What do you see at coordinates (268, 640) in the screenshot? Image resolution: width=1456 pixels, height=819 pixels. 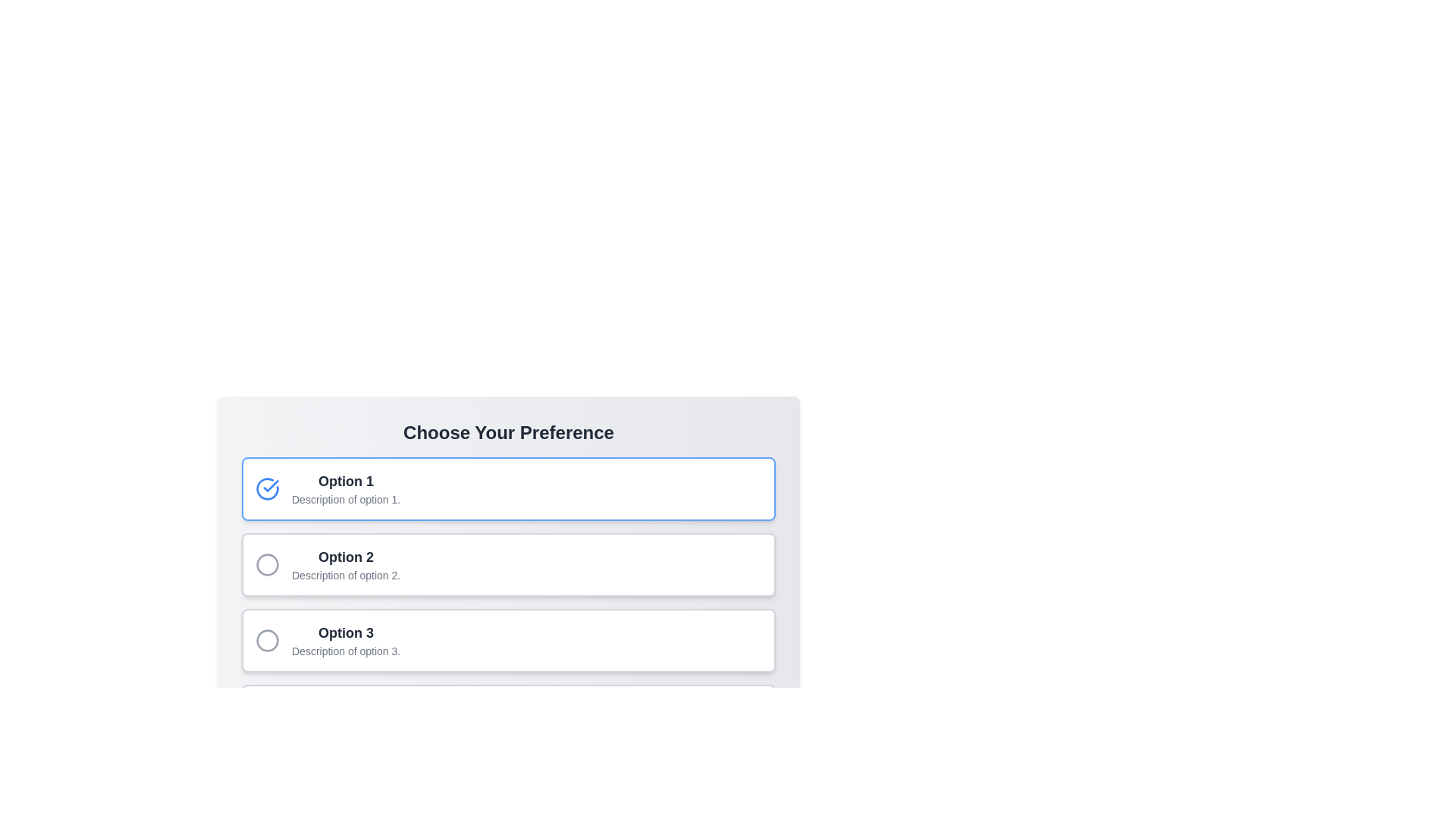 I see `the circular radio button with a gray border and white background located to the left of 'Option 3' in the third option card` at bounding box center [268, 640].